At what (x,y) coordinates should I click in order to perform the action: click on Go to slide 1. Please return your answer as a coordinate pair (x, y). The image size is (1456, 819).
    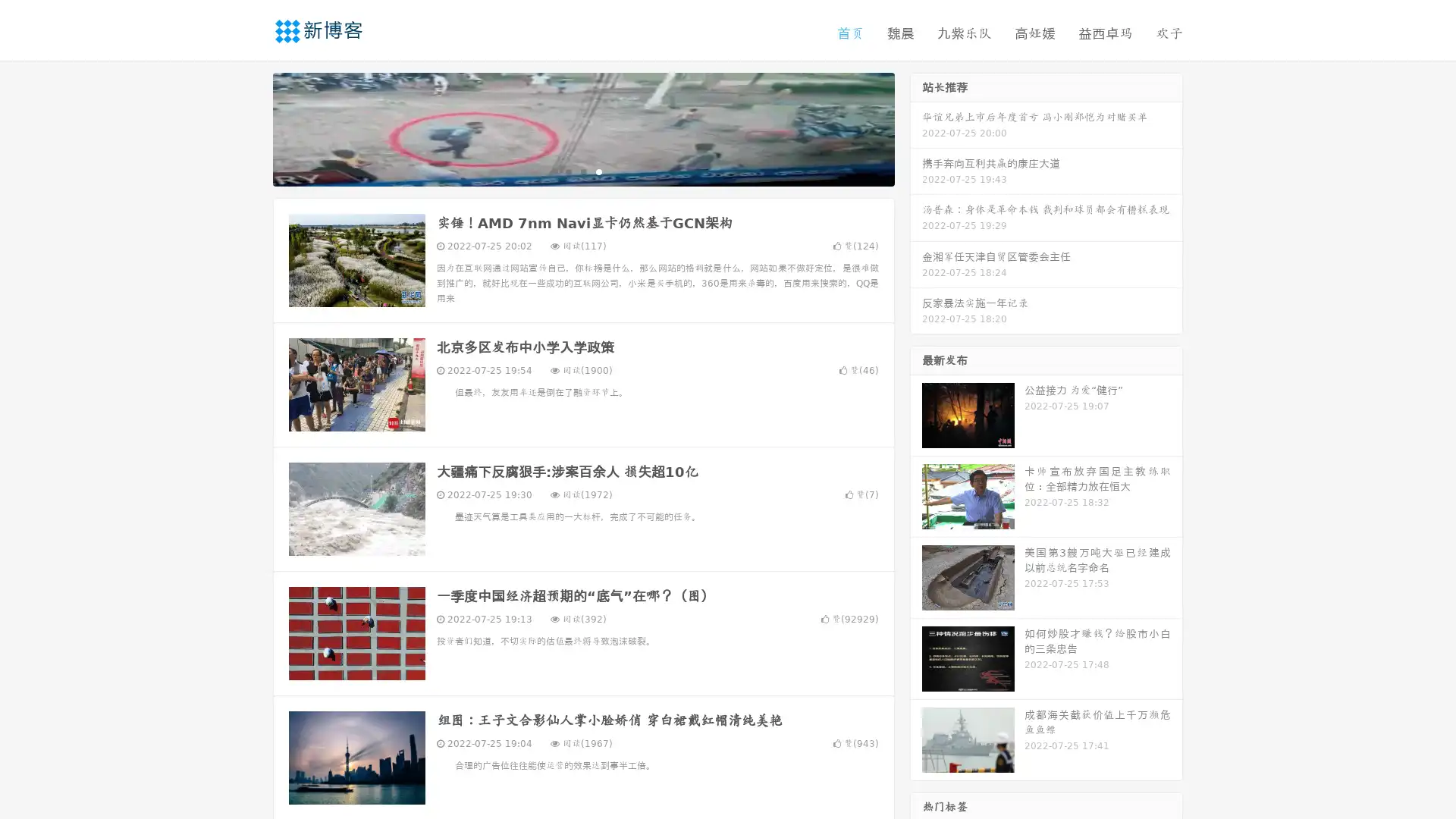
    Looking at the image, I should click on (567, 171).